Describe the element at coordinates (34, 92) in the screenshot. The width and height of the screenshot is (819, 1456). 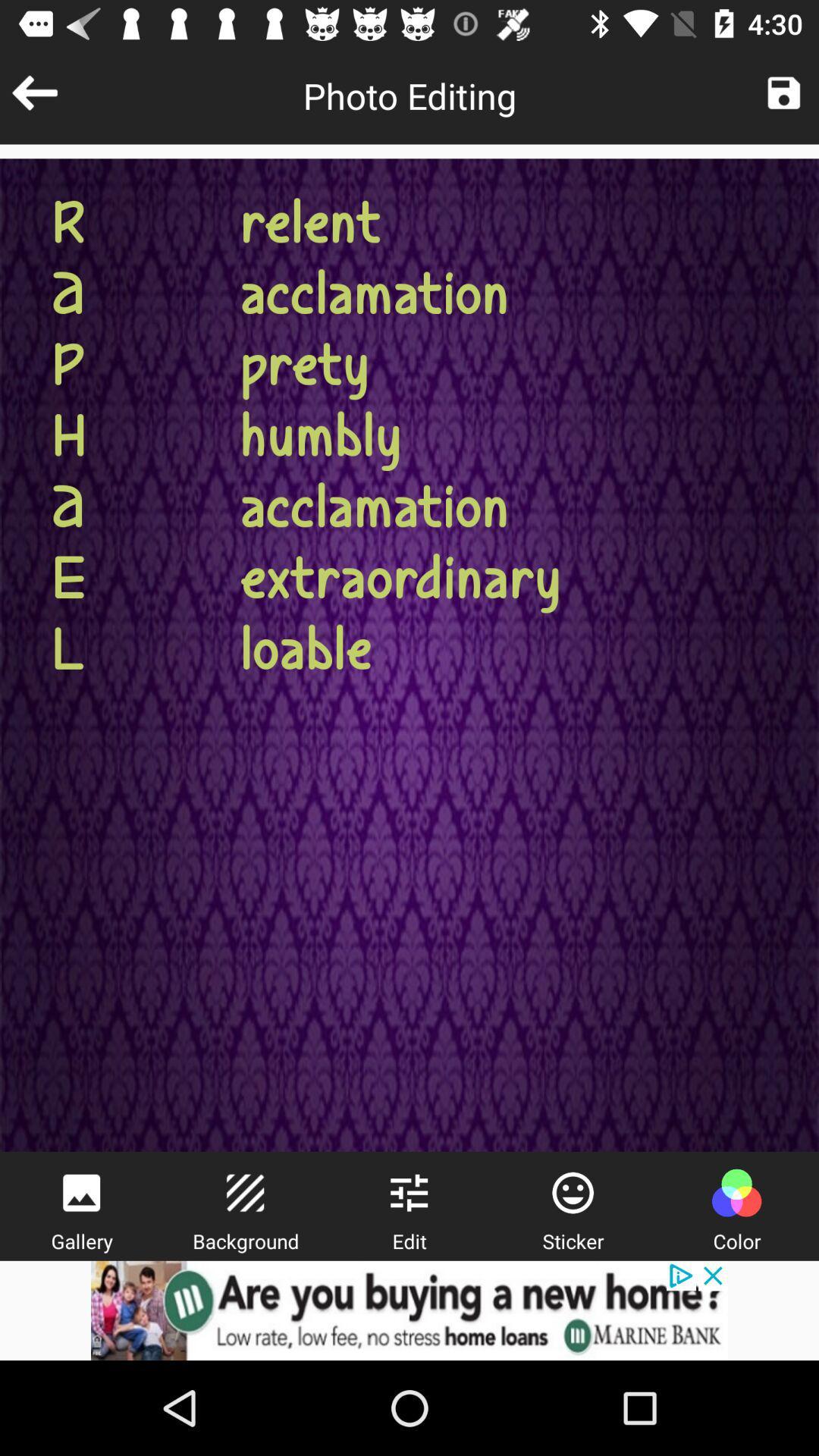
I see `the arrow_backward icon` at that location.